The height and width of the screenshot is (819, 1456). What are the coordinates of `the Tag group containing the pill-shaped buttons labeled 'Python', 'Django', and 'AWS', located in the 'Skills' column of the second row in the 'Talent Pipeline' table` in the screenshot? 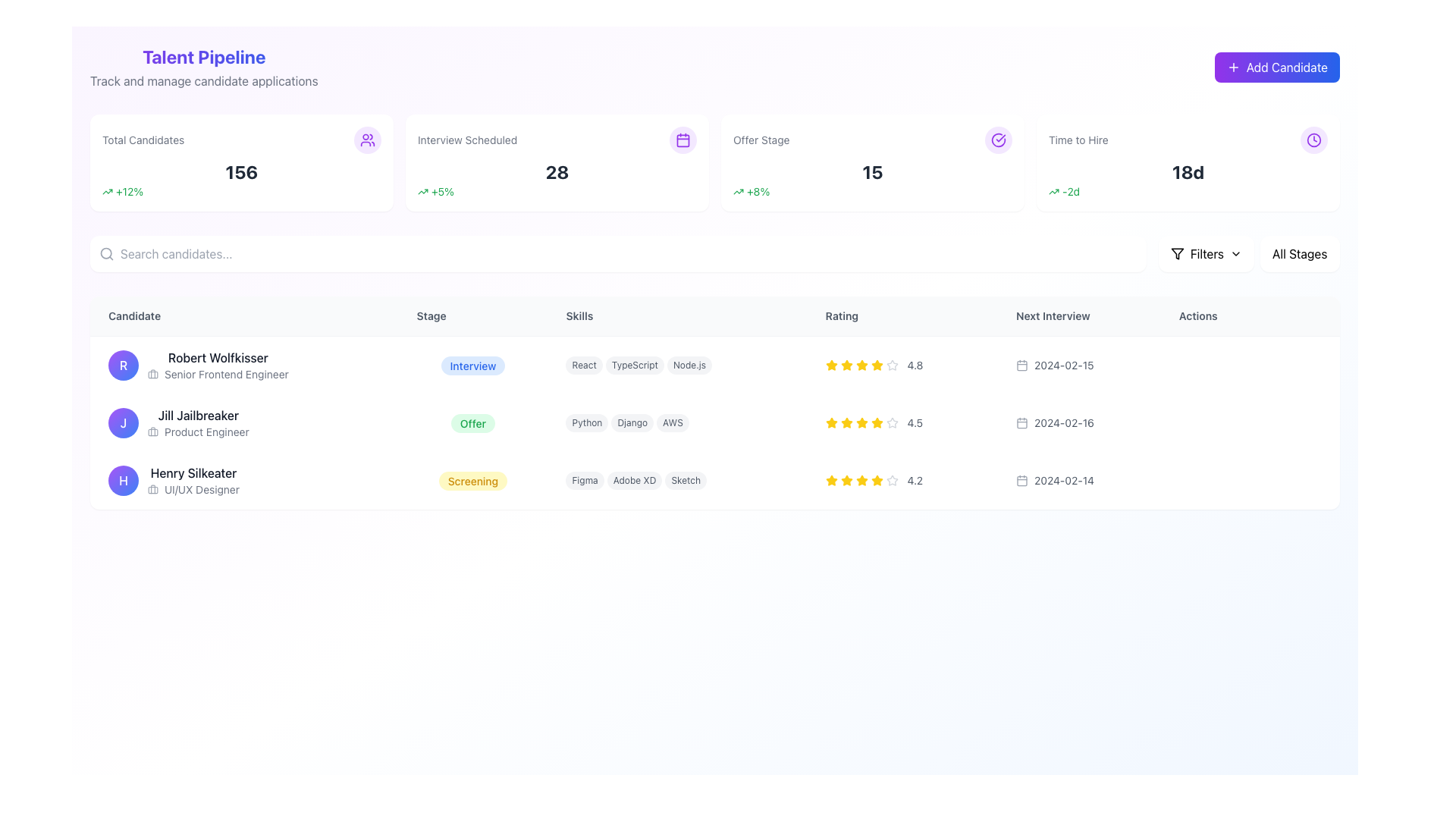 It's located at (676, 423).